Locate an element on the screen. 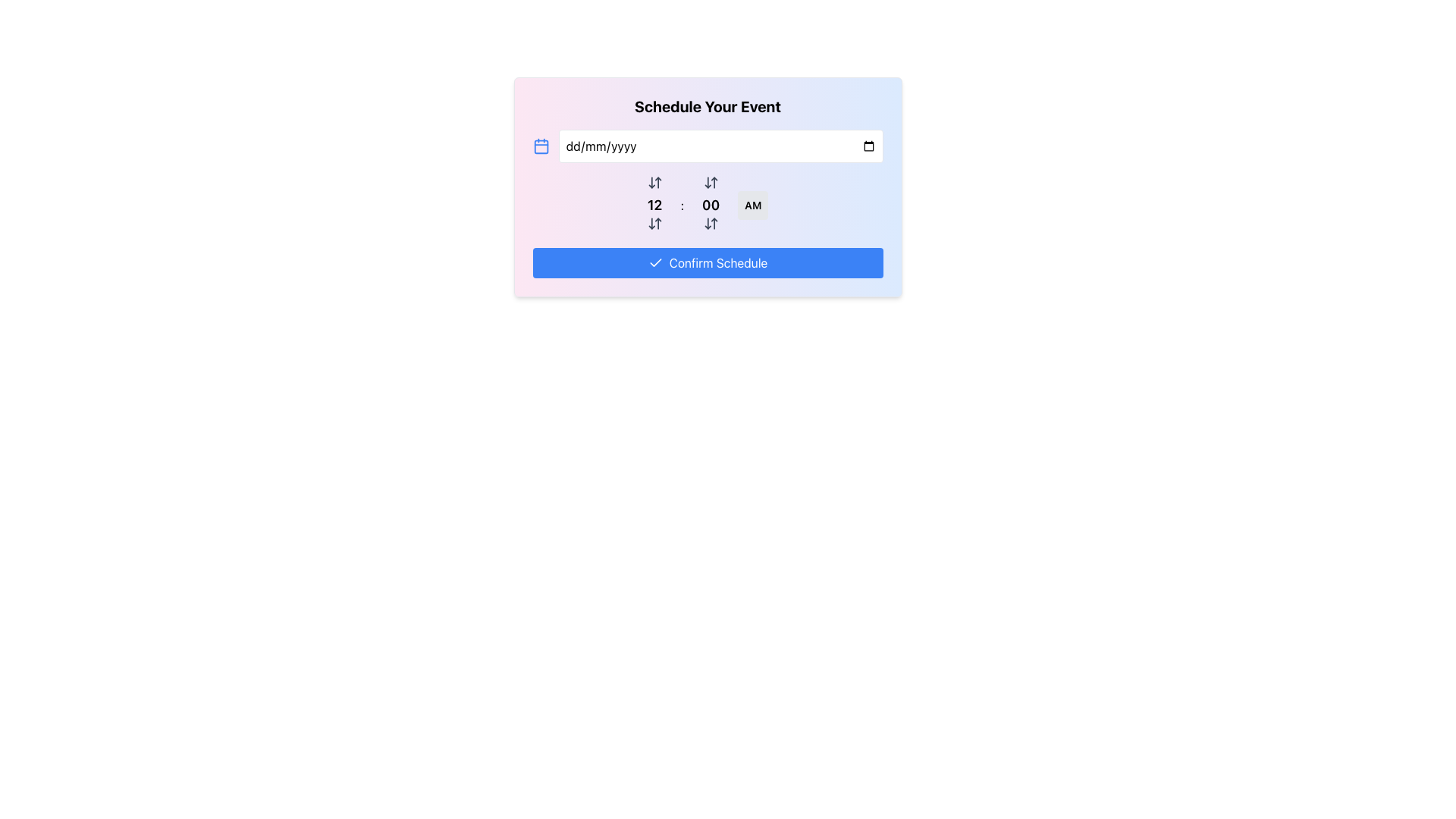 The width and height of the screenshot is (1456, 819). the confirmation button located below the time and date selection labeled '12:00AM' to confirm the schedule is located at coordinates (707, 262).